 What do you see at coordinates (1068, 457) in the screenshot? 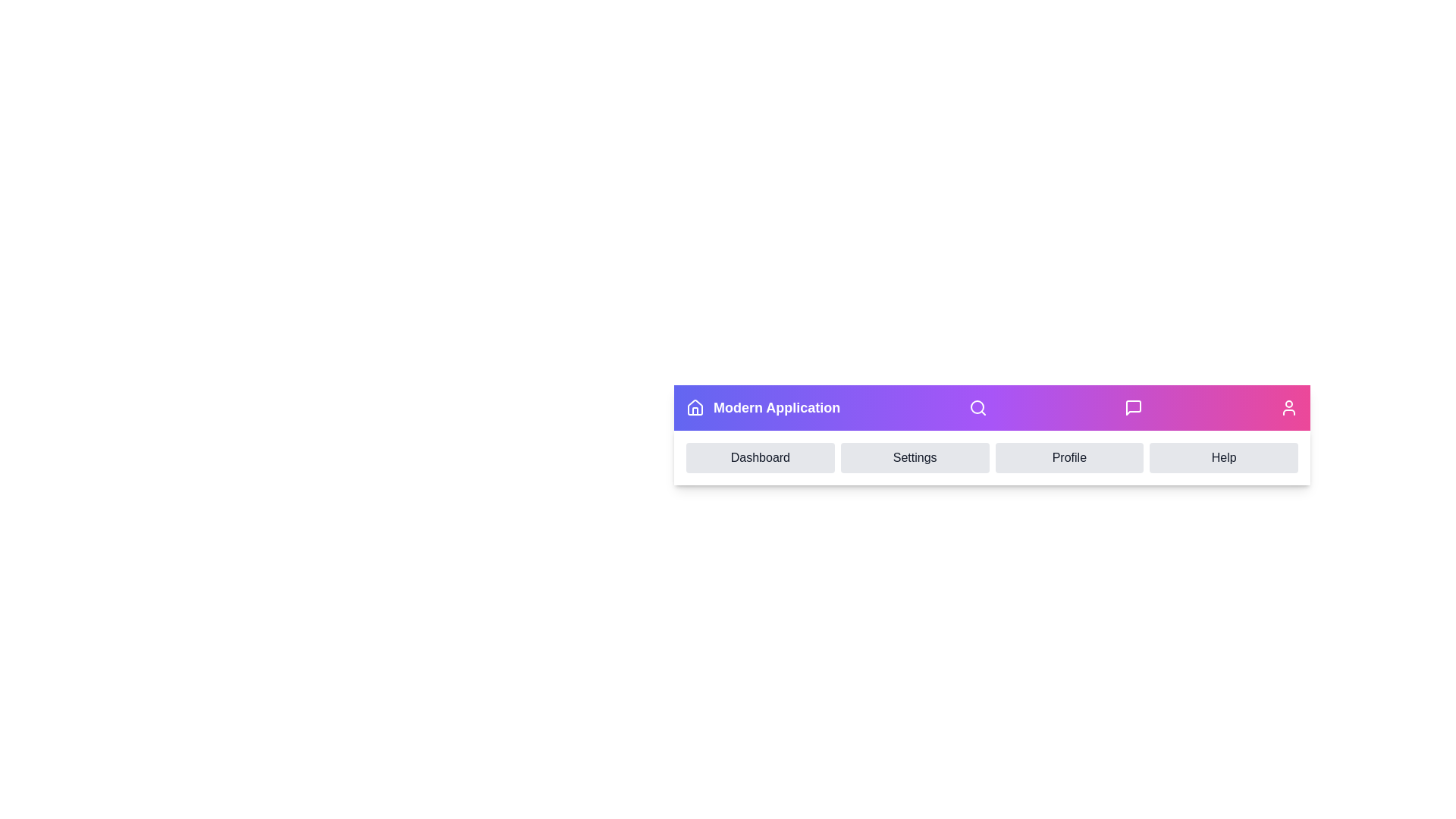
I see `the menu item Profile in the navigation menu` at bounding box center [1068, 457].